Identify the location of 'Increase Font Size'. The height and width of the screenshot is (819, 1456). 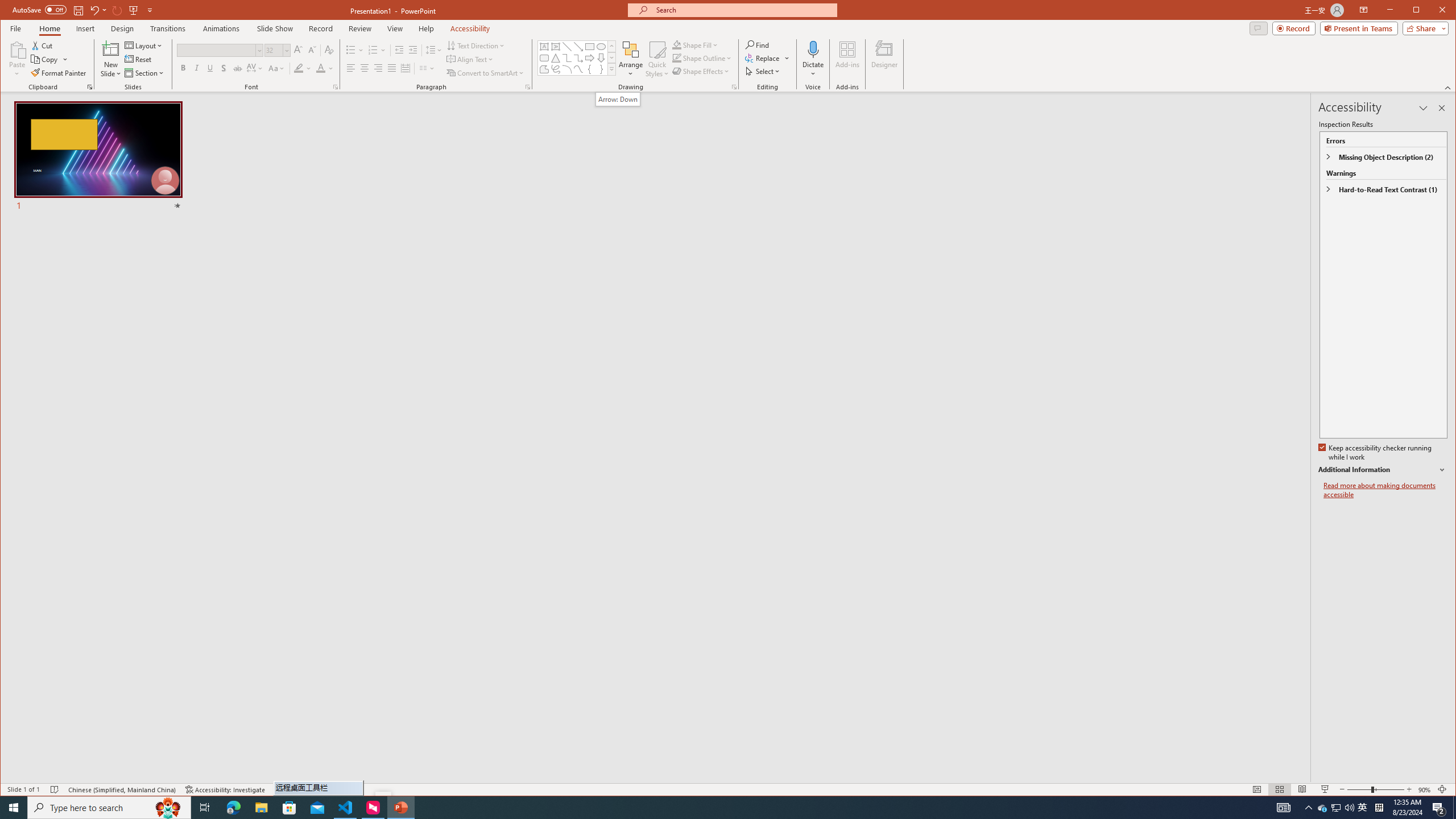
(297, 49).